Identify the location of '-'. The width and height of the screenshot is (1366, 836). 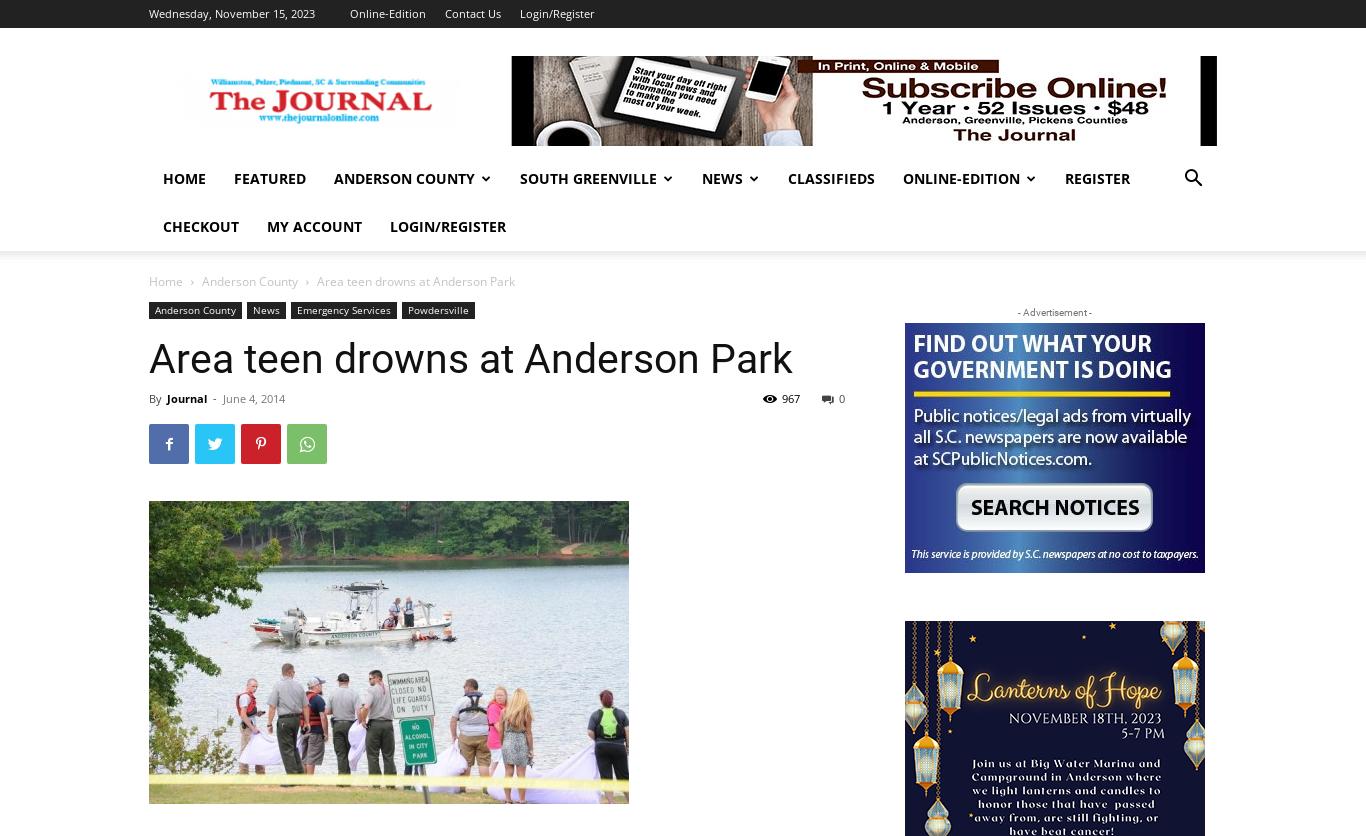
(212, 397).